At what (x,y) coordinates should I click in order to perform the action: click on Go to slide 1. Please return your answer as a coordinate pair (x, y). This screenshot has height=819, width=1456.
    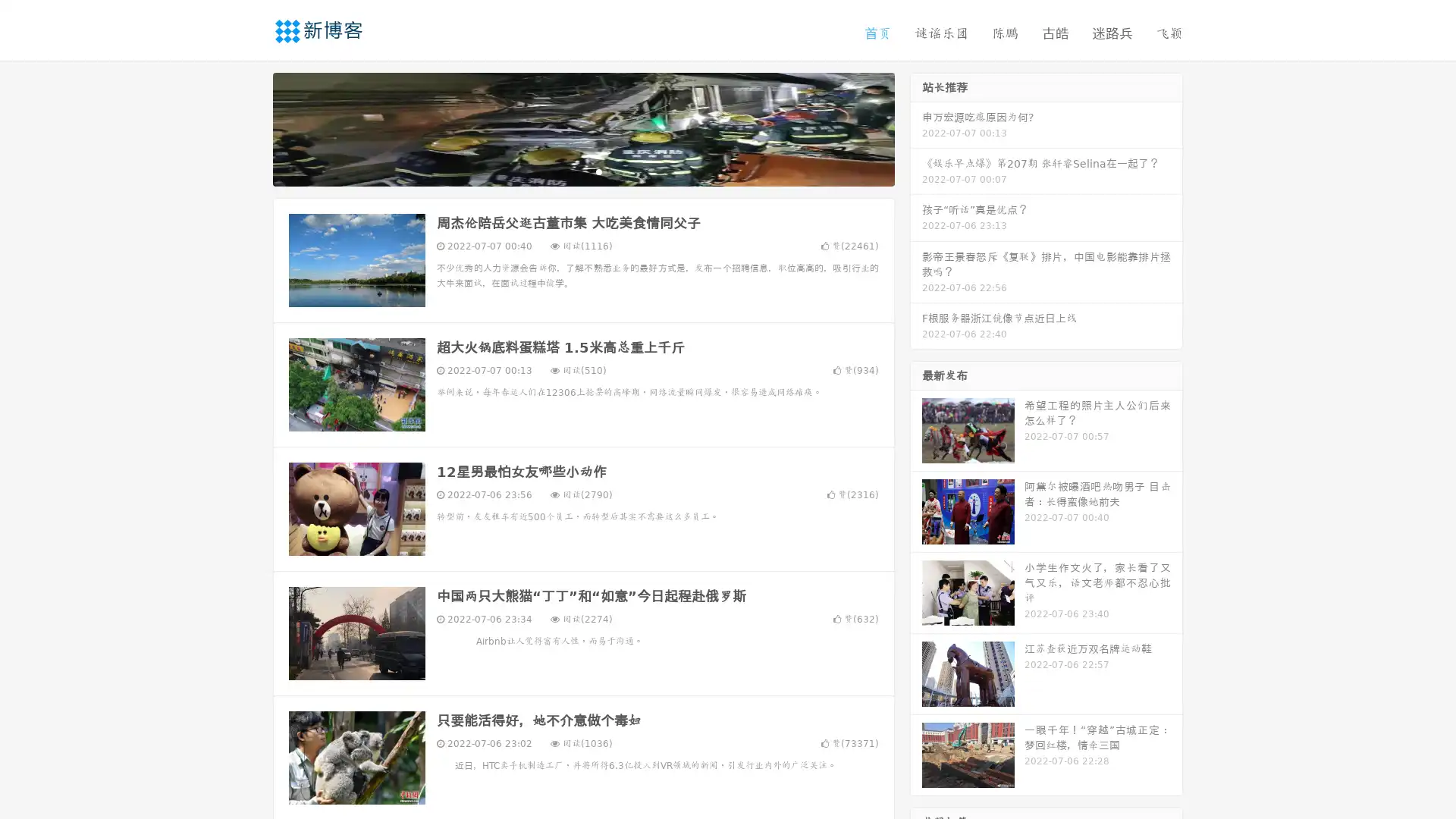
    Looking at the image, I should click on (567, 171).